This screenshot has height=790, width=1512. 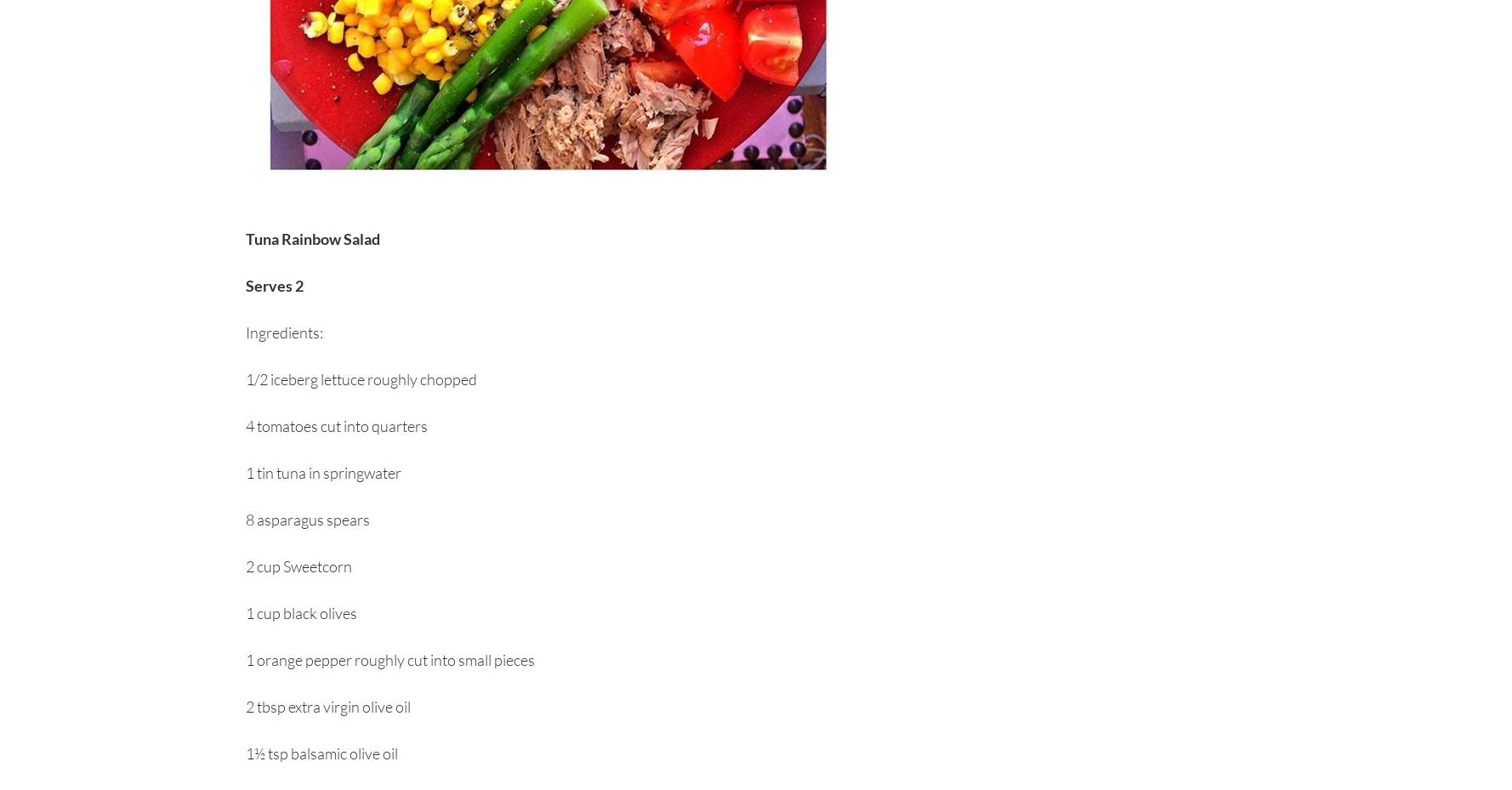 I want to click on 'Tuna Rainbow Salad', so click(x=312, y=239).